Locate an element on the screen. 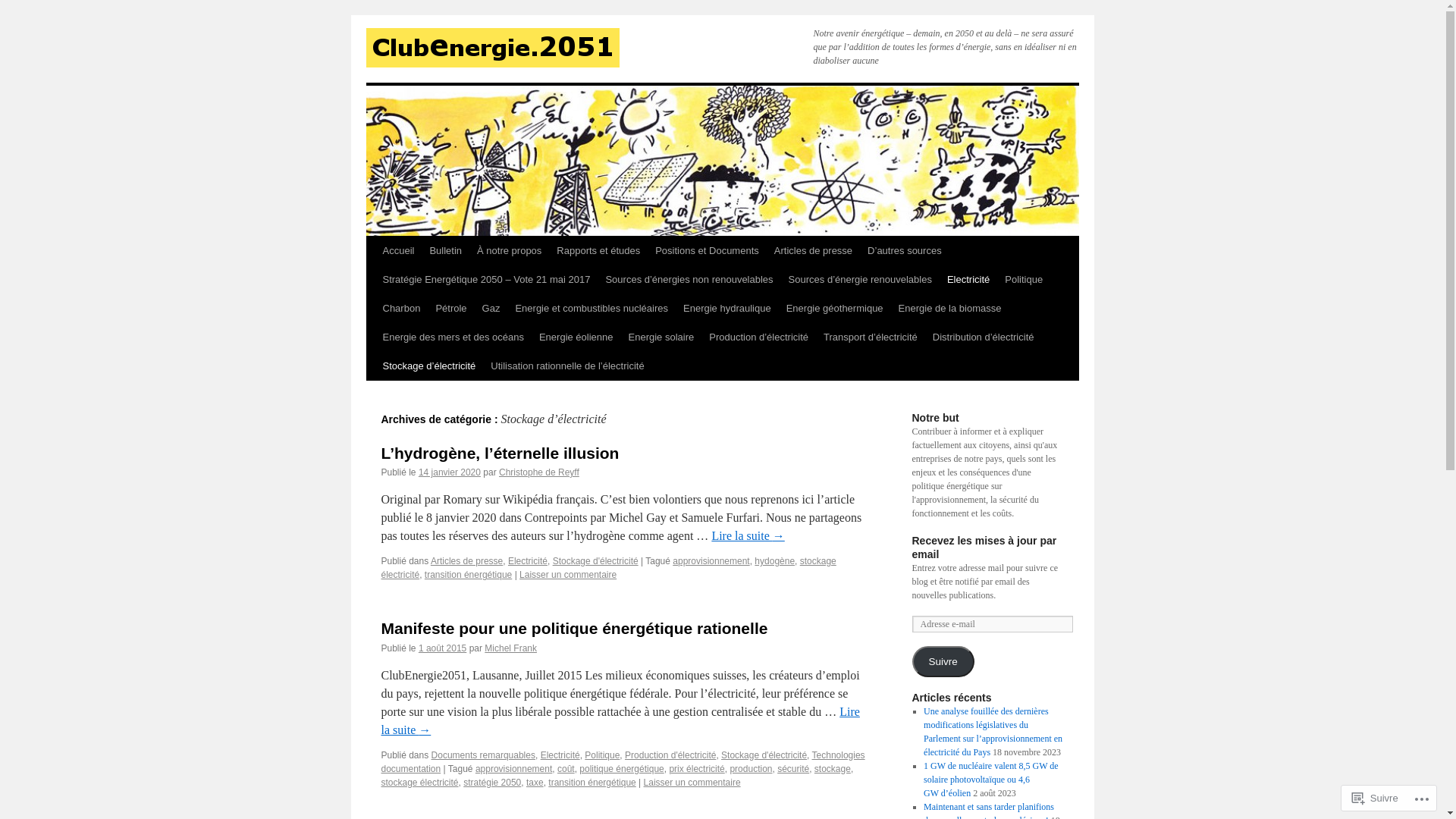 The image size is (1456, 819). 'Energie solaire' is located at coordinates (661, 336).